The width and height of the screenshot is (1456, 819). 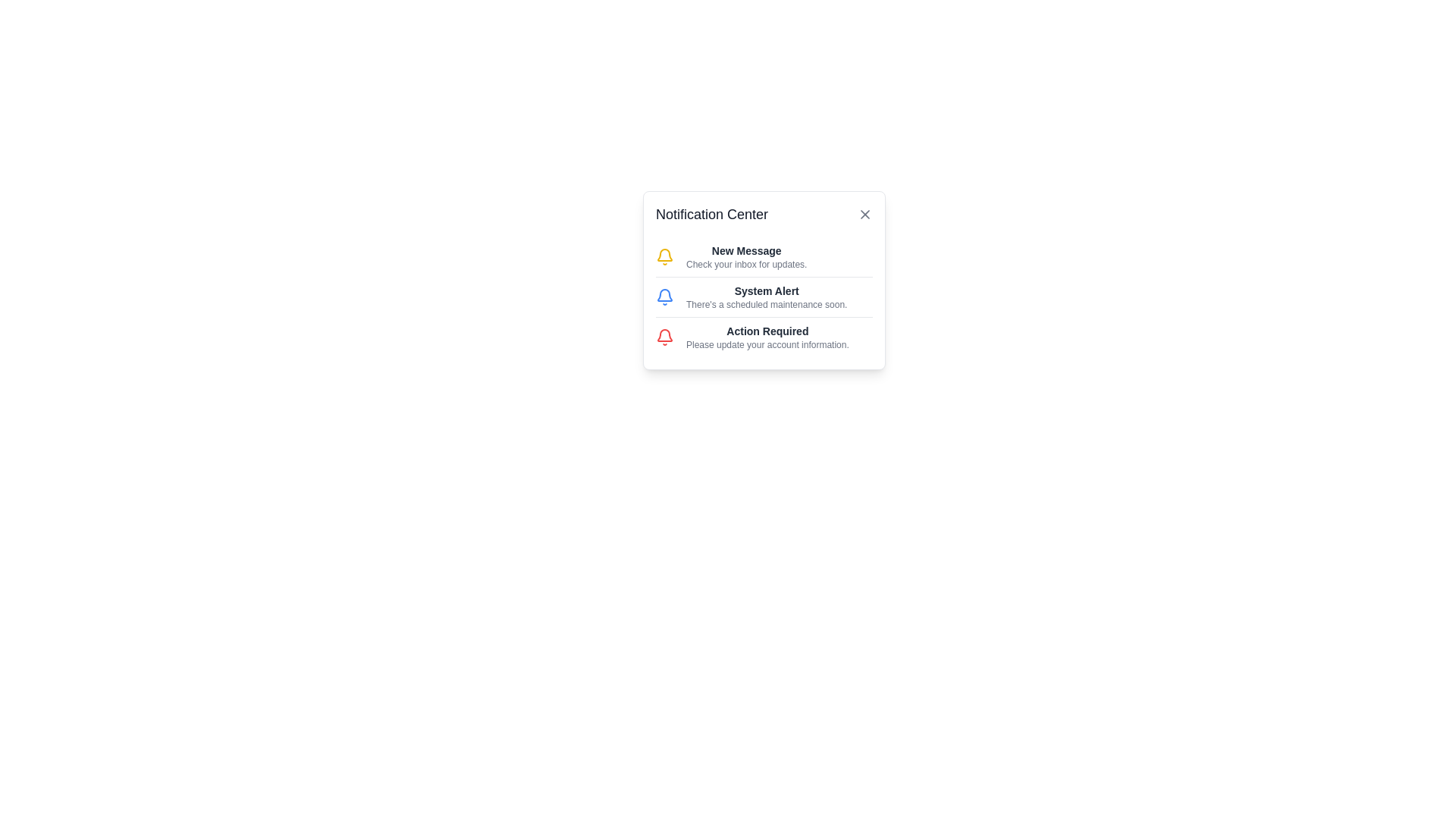 What do you see at coordinates (746, 263) in the screenshot?
I see `the label that displays the message 'Check your inbox for updates.' which is styled in light gray and positioned below 'New Message' in the notification card` at bounding box center [746, 263].